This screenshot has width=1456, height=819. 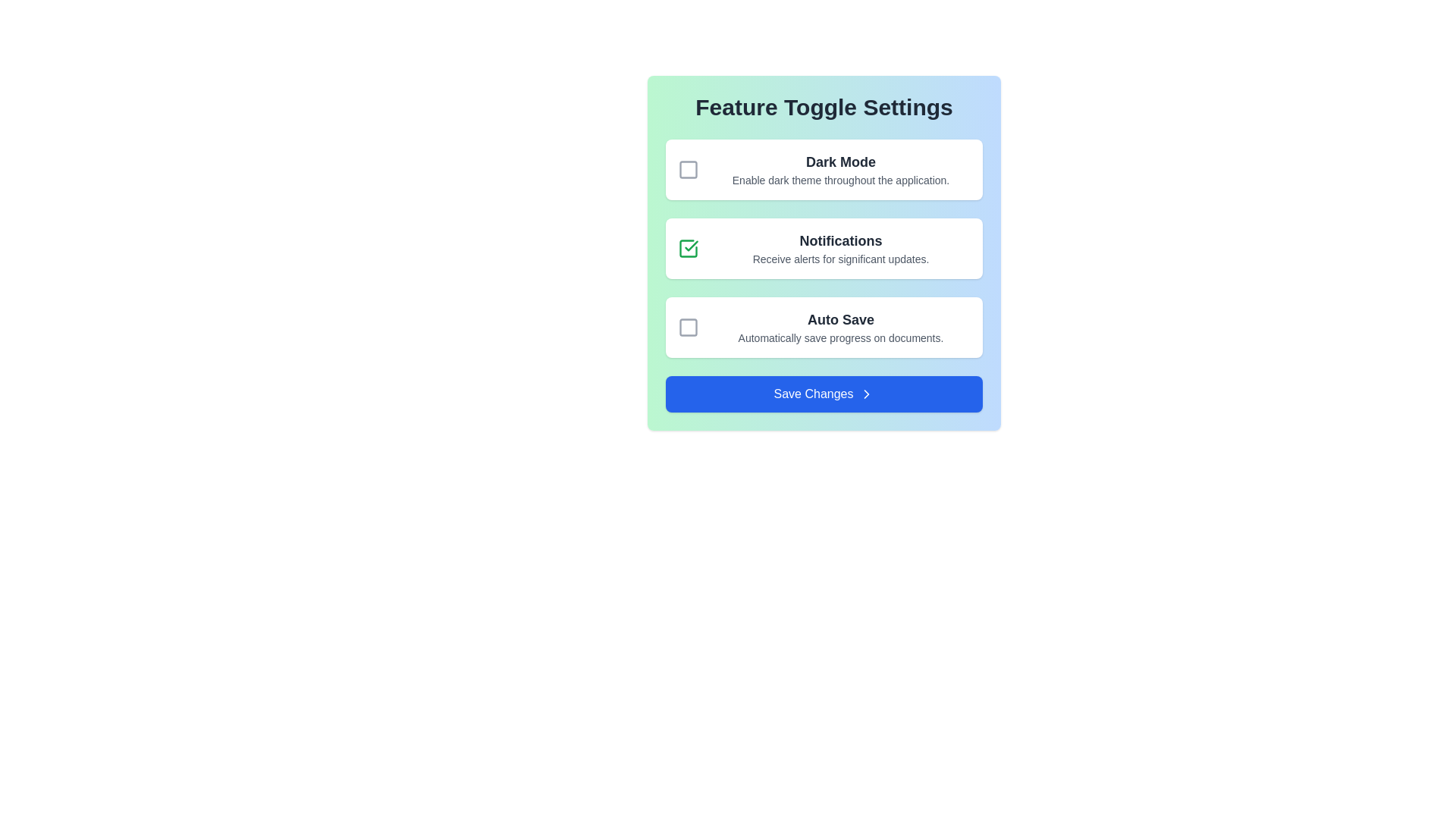 What do you see at coordinates (823, 394) in the screenshot?
I see `the 'Save Changes' button, which is a rectangular button with a vibrant blue background and white text, located at the bottom of the settings panel` at bounding box center [823, 394].